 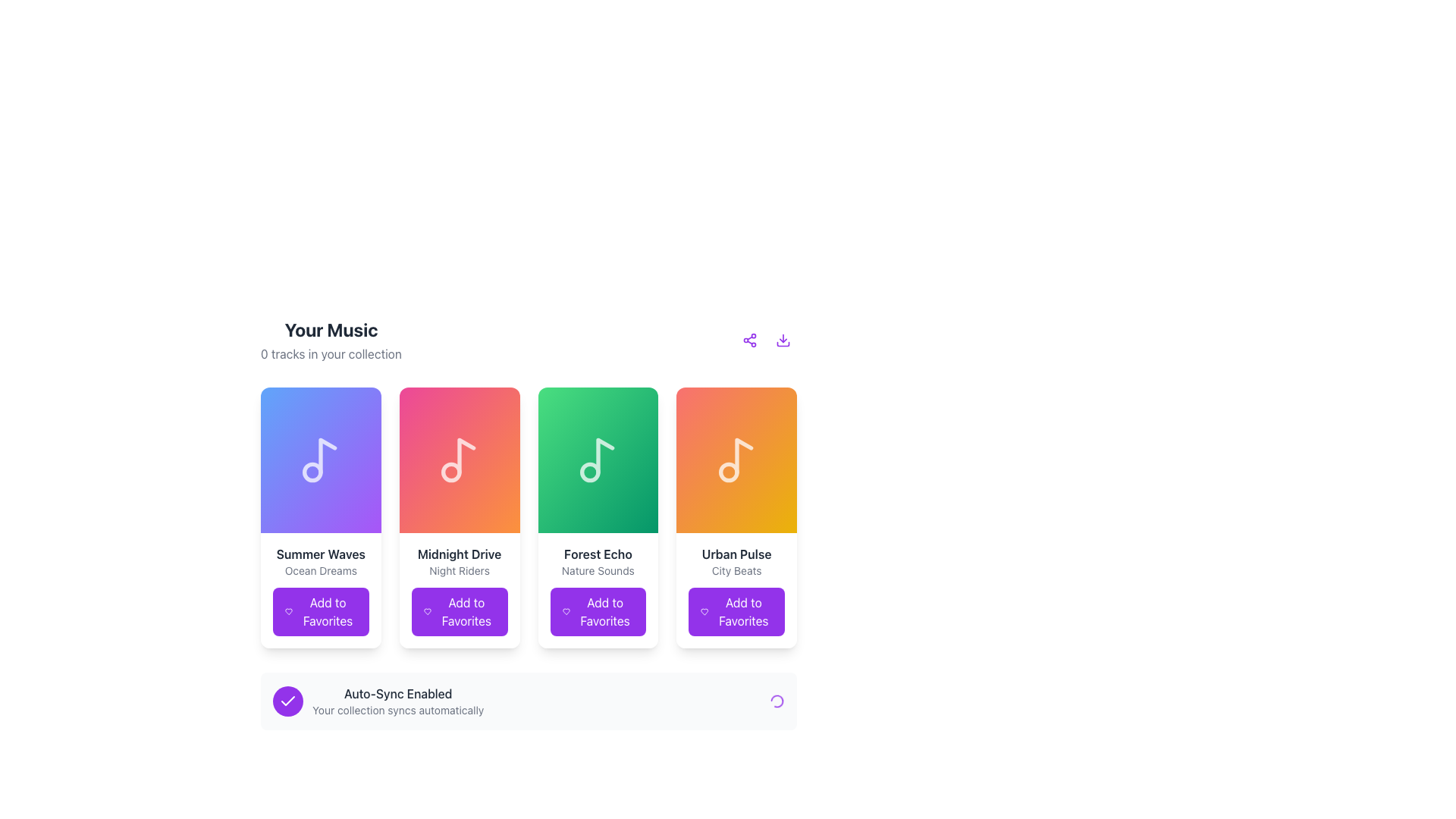 I want to click on the 'Add to Favorites' icon located to the left of the text within the button associated with the 'Urban Pulse' card, so click(x=704, y=610).